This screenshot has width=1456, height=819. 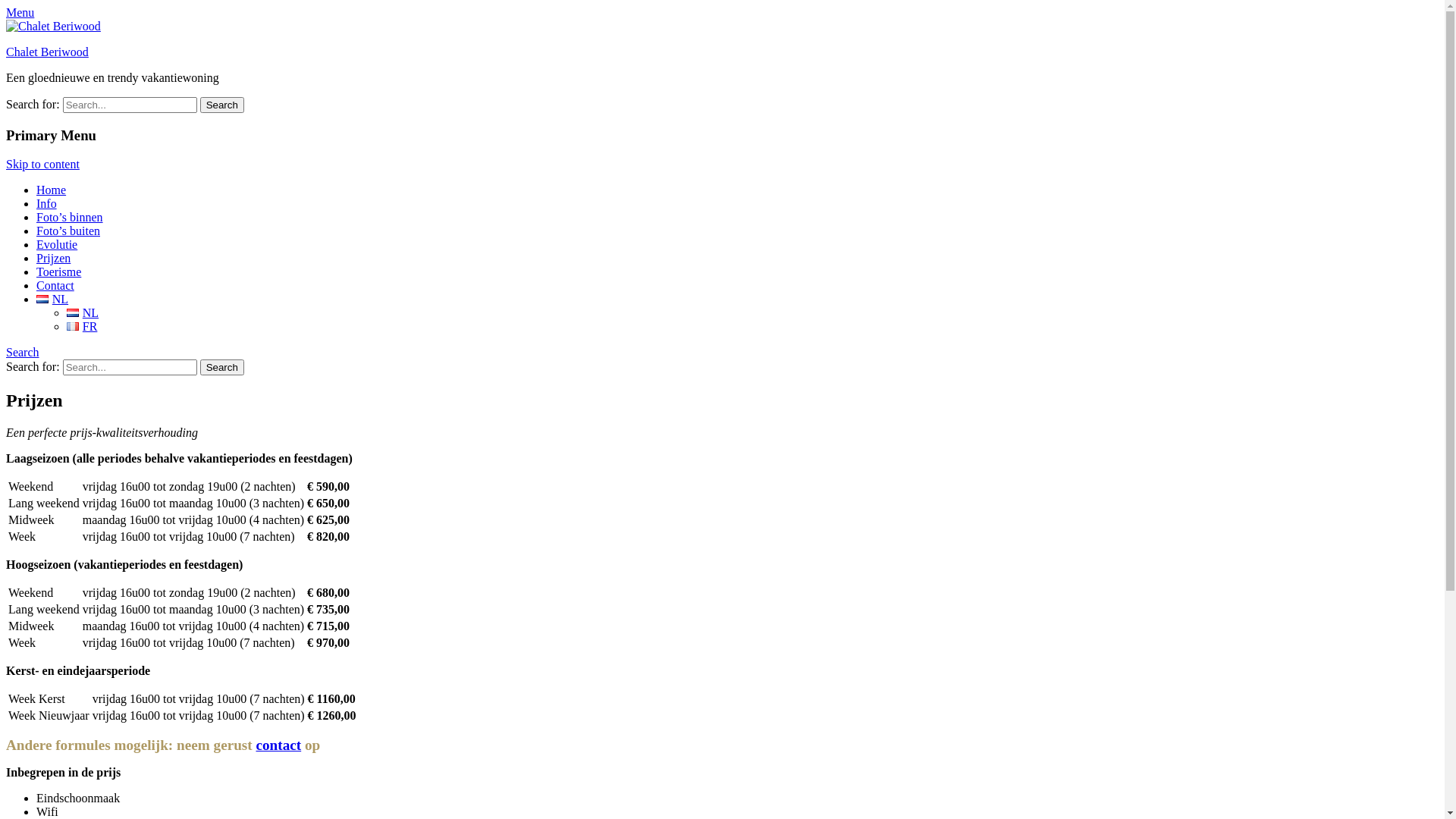 I want to click on 'Home', so click(x=51, y=189).